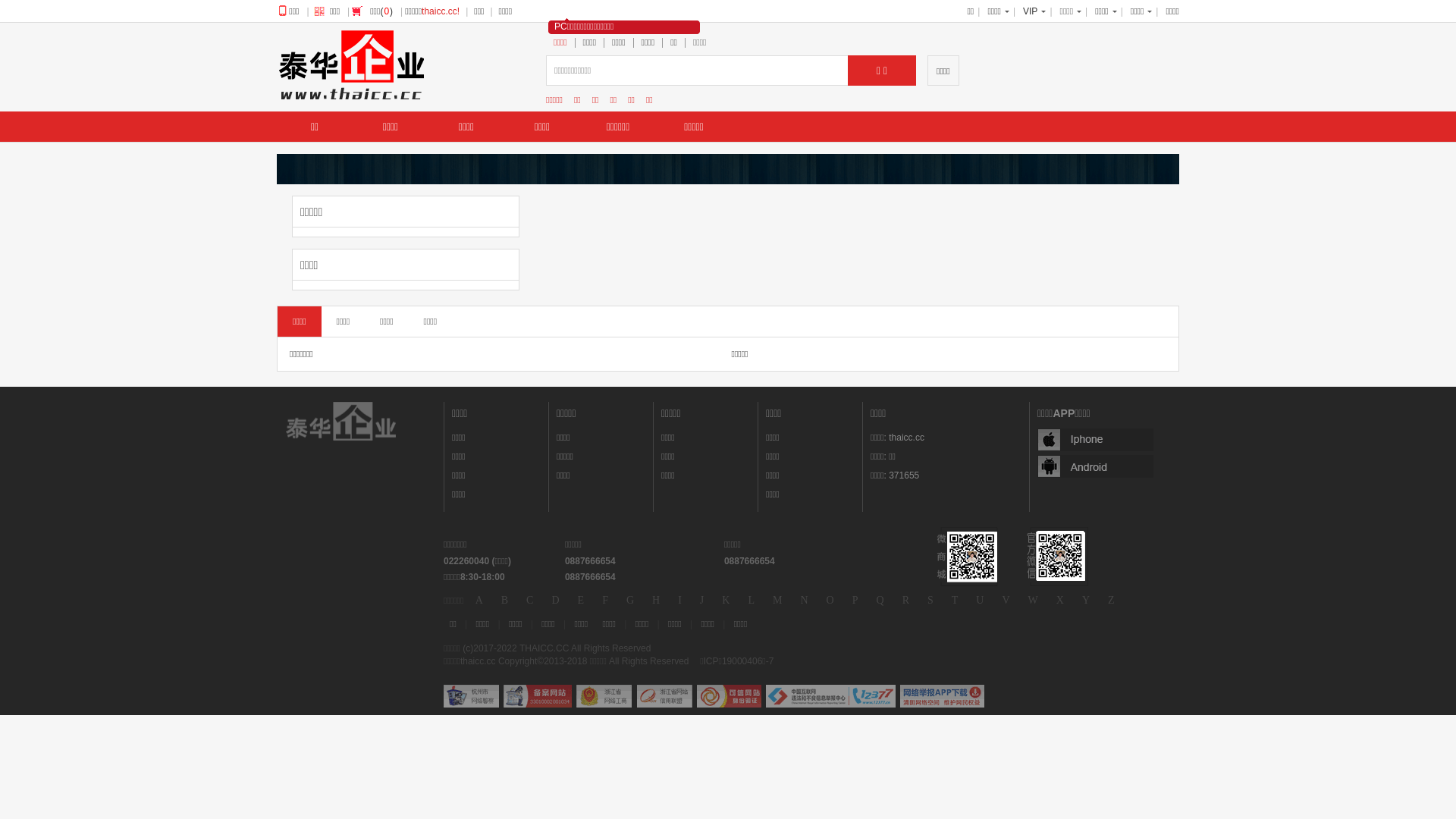  Describe the element at coordinates (1111, 599) in the screenshot. I see `'Z'` at that location.